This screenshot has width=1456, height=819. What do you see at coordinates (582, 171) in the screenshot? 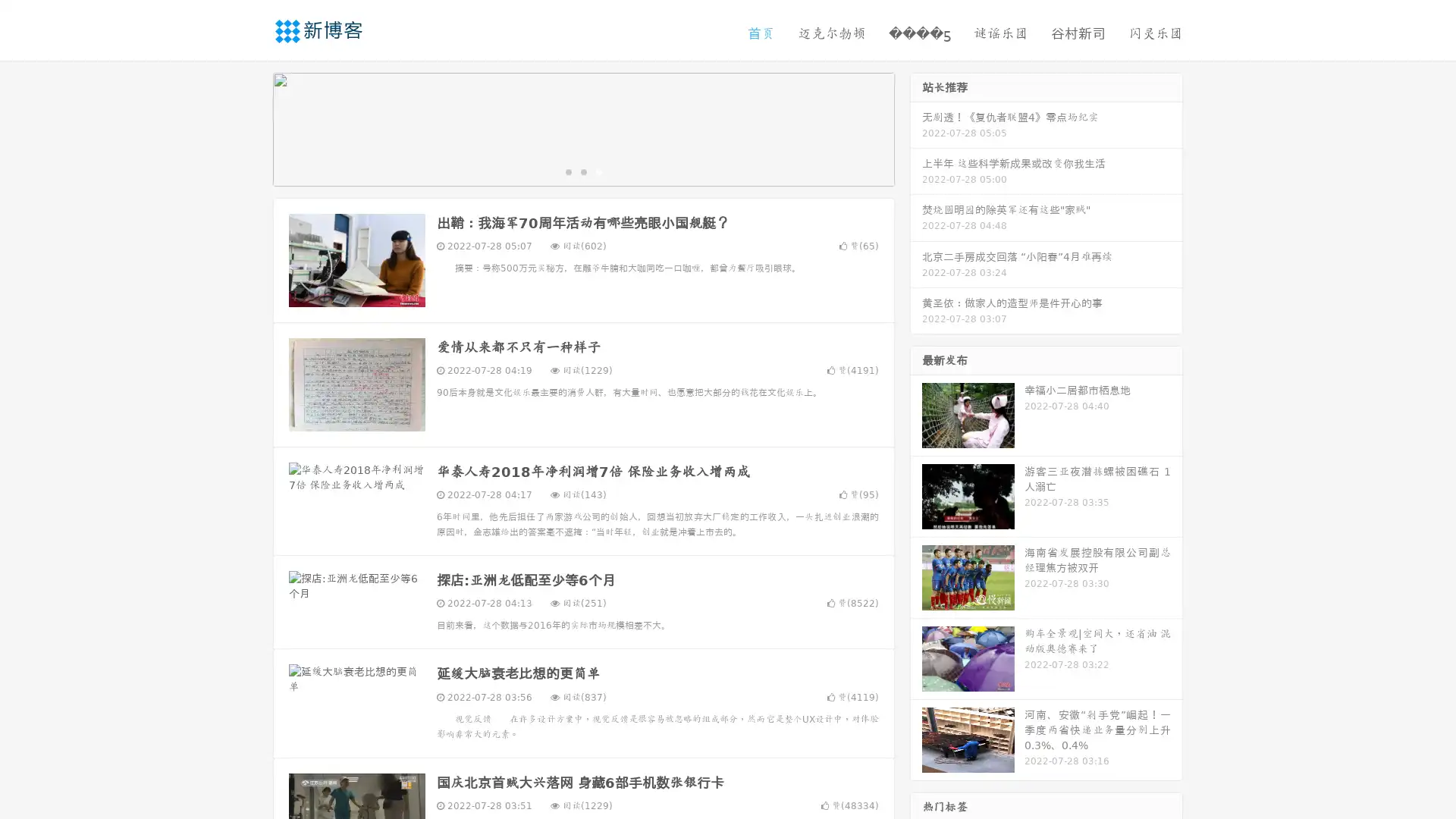
I see `Go to slide 2` at bounding box center [582, 171].